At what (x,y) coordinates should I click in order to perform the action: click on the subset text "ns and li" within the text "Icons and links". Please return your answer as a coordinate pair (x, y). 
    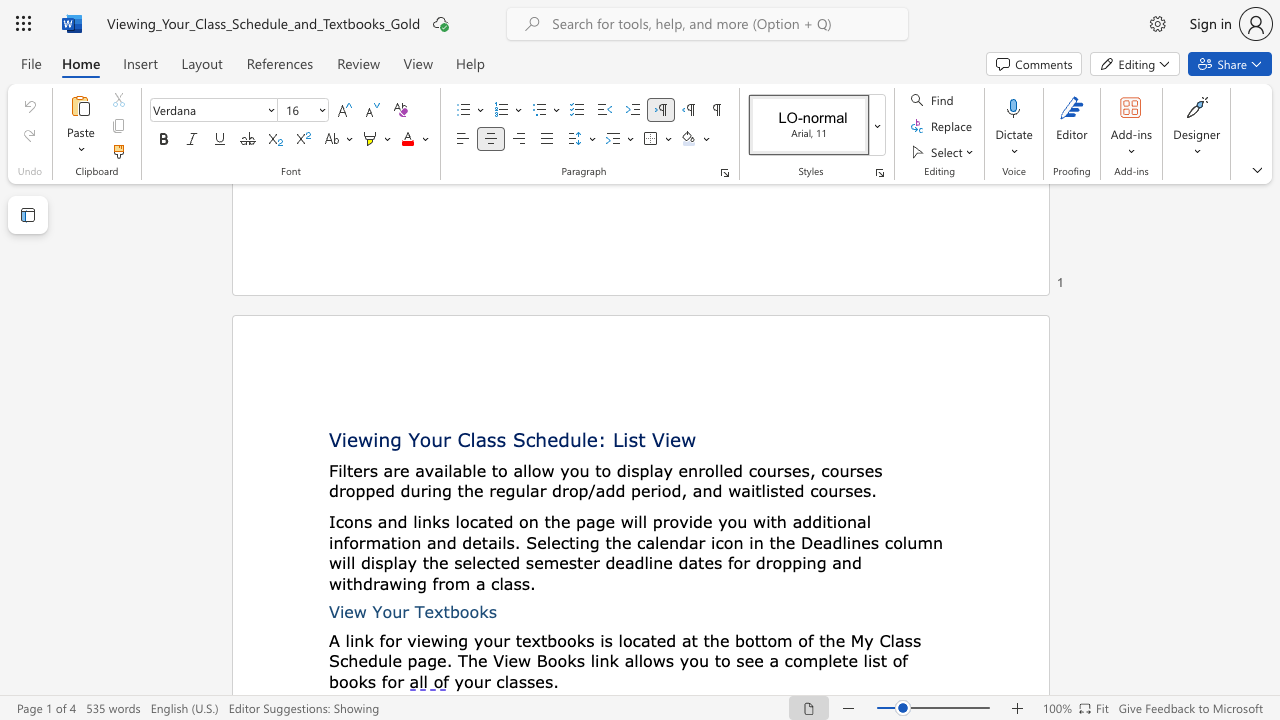
    Looking at the image, I should click on (353, 521).